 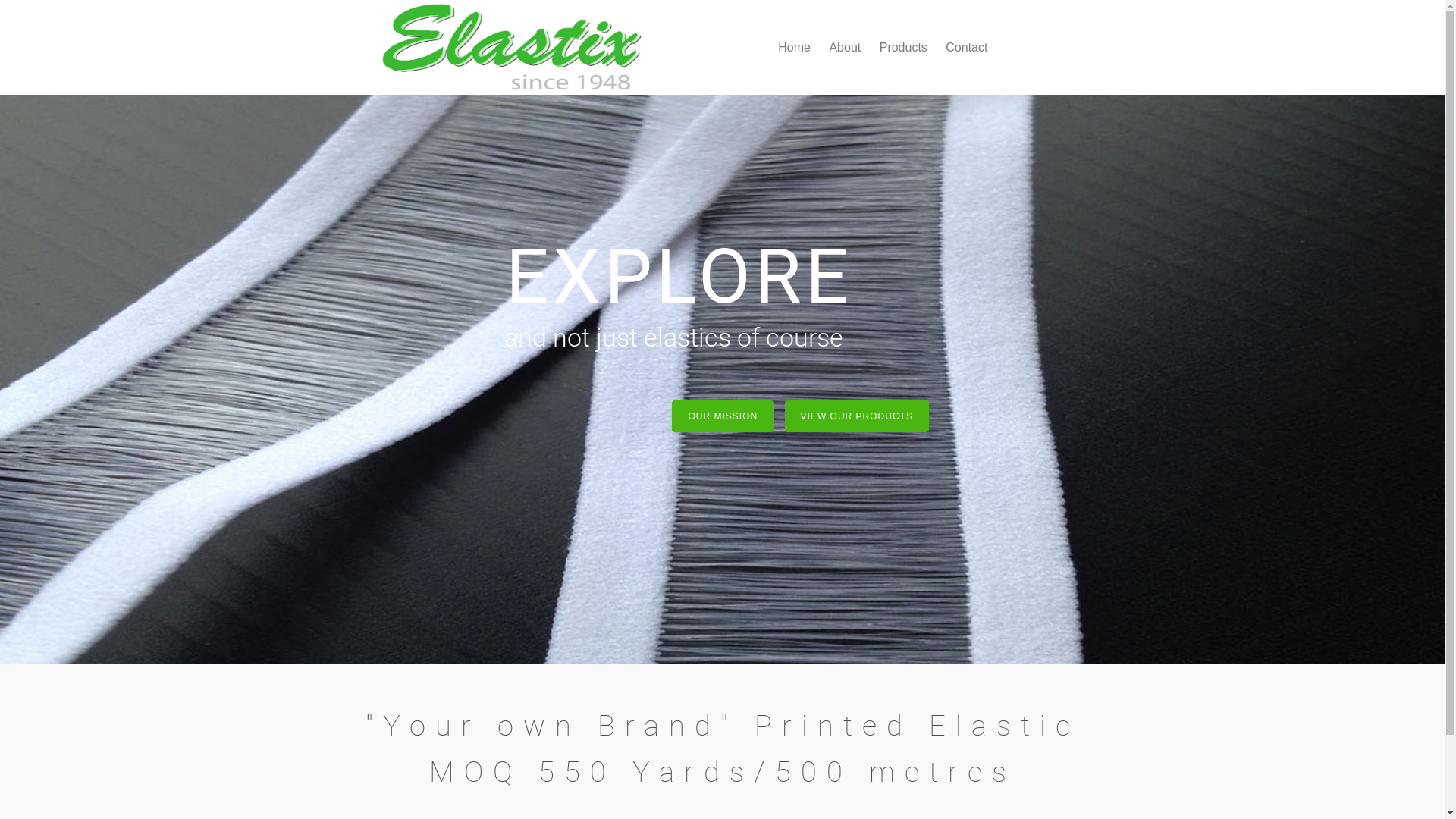 What do you see at coordinates (722, 416) in the screenshot?
I see `'OUR MISSION'` at bounding box center [722, 416].